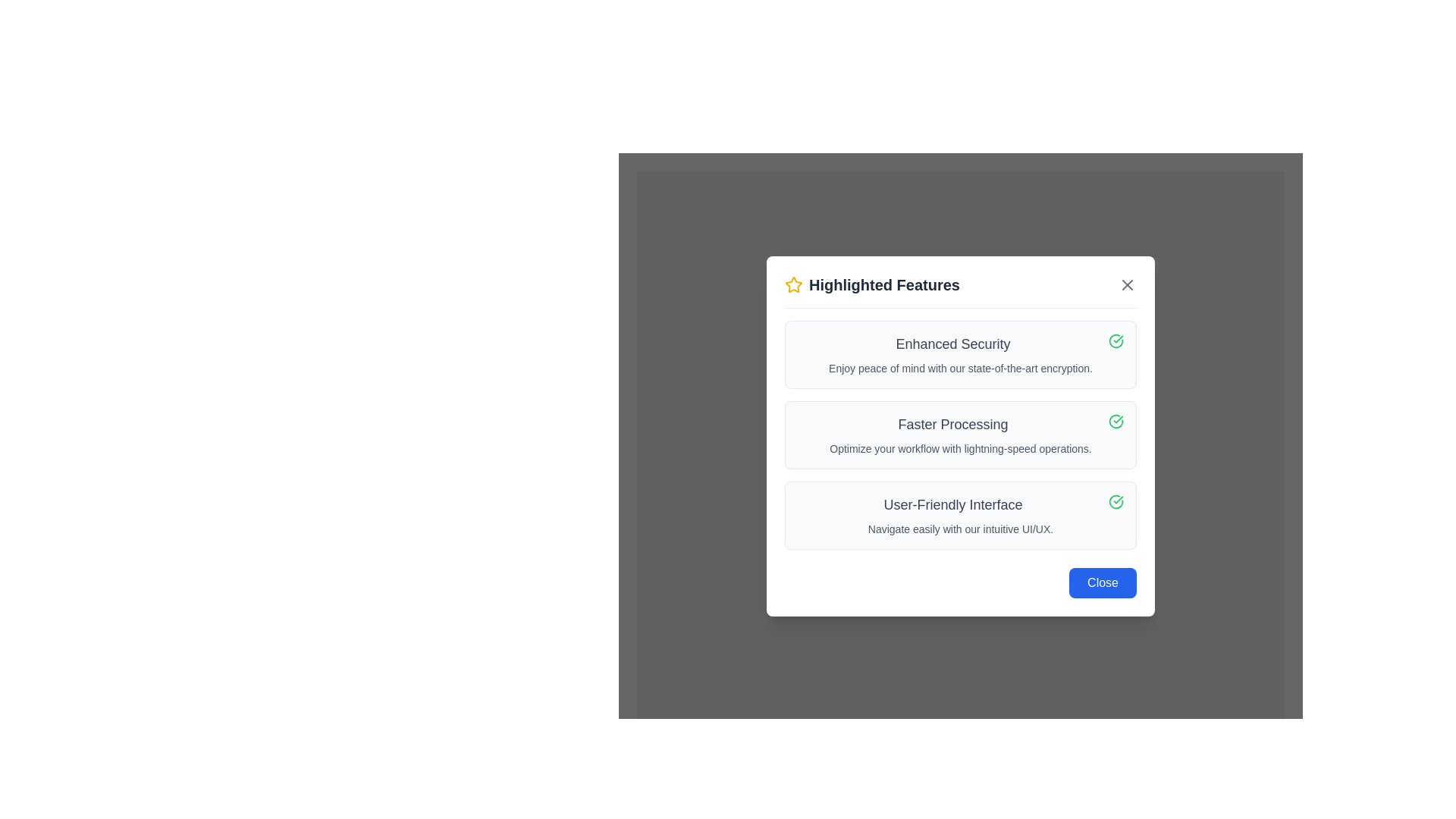 The height and width of the screenshot is (819, 1456). Describe the element at coordinates (960, 514) in the screenshot. I see `text from the informational card labeled 'User-Friendly Interface', which is positioned below 'Faster Processing' and above the 'Close' button in the modal layout` at that location.